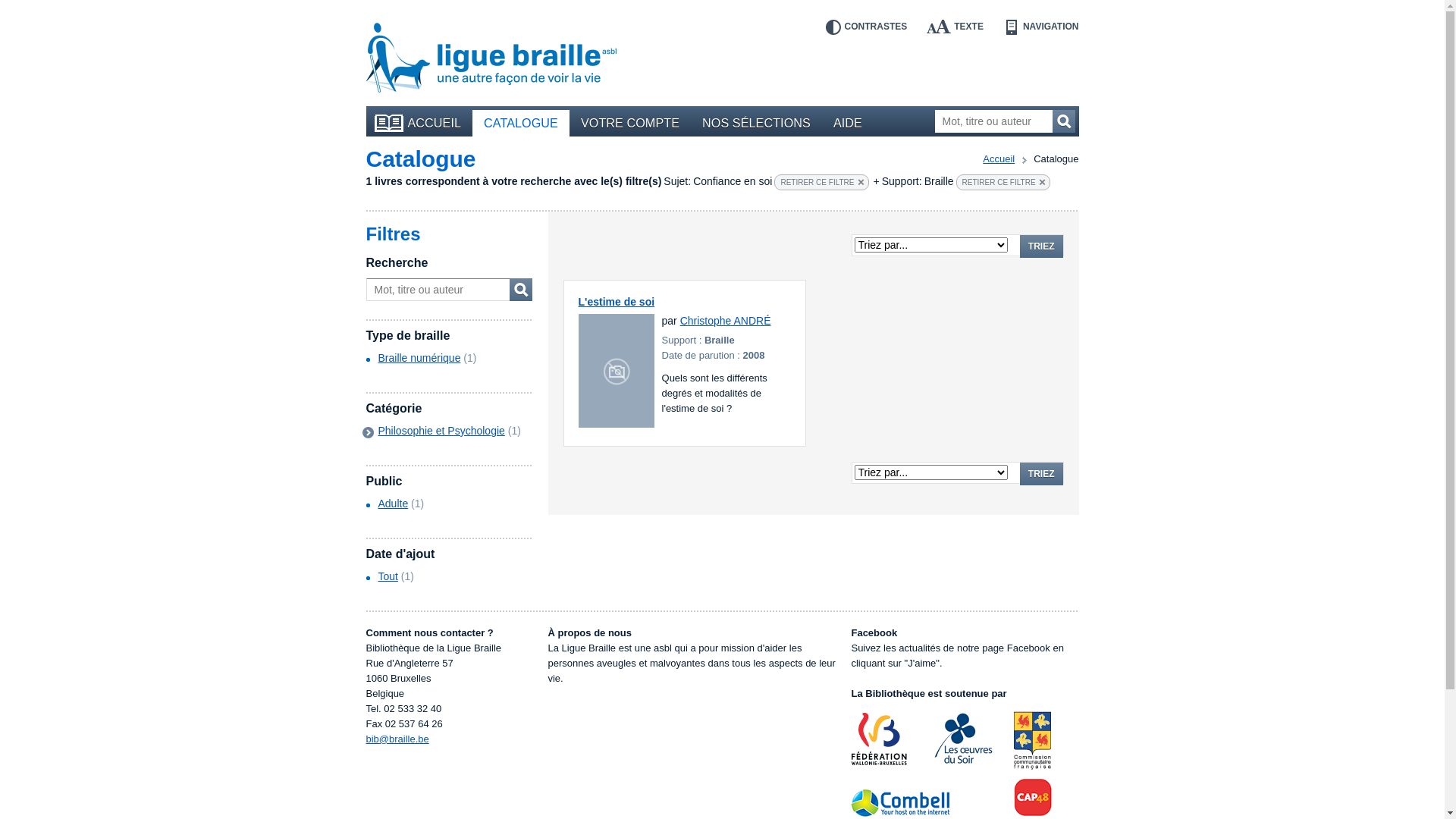 Image resolution: width=1456 pixels, height=819 pixels. I want to click on 'ACCUEIL', so click(370, 122).